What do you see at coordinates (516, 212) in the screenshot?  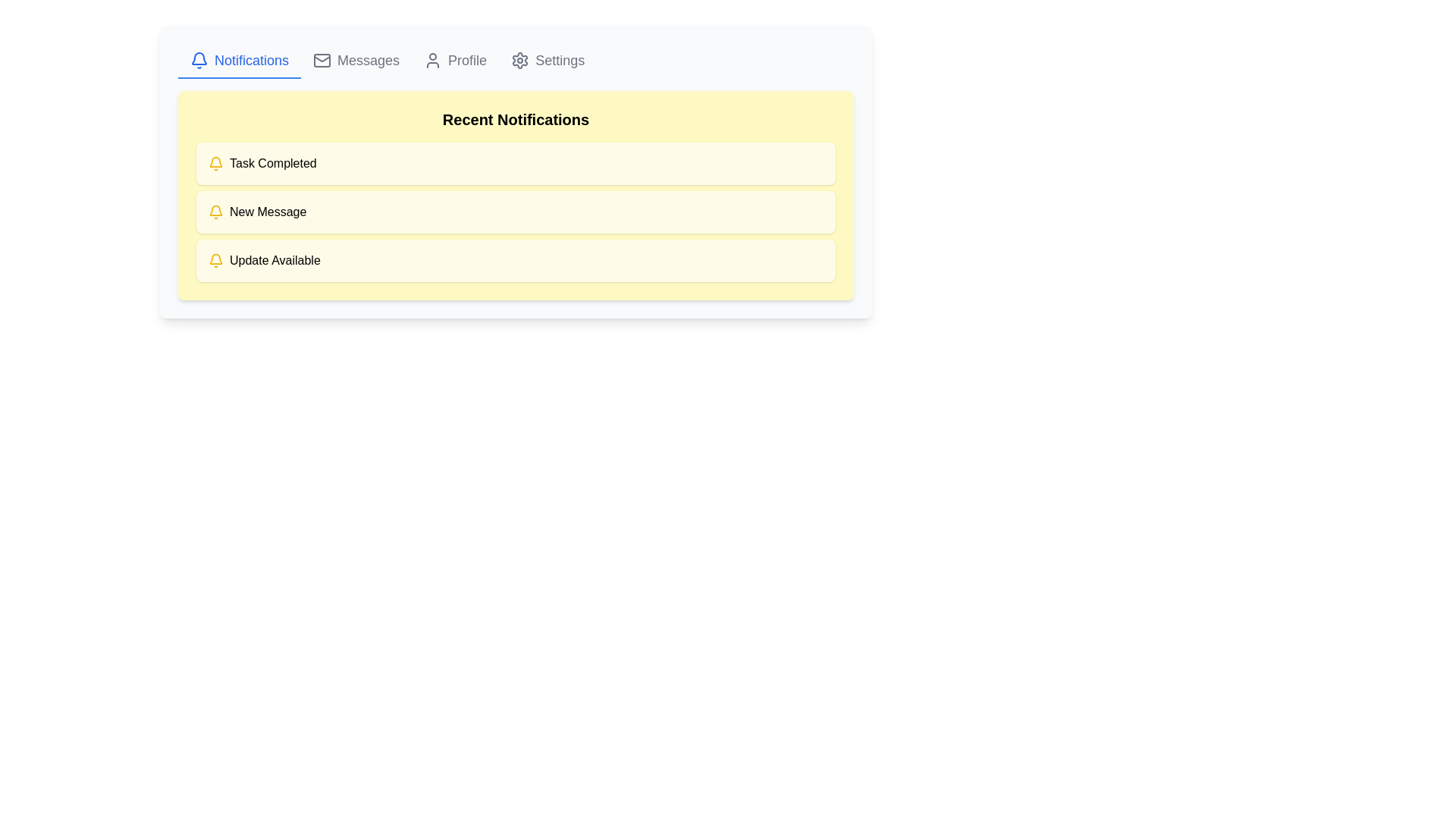 I see `the second notification in the 'Recent Notifications' yellow card, which indicates a new message update` at bounding box center [516, 212].